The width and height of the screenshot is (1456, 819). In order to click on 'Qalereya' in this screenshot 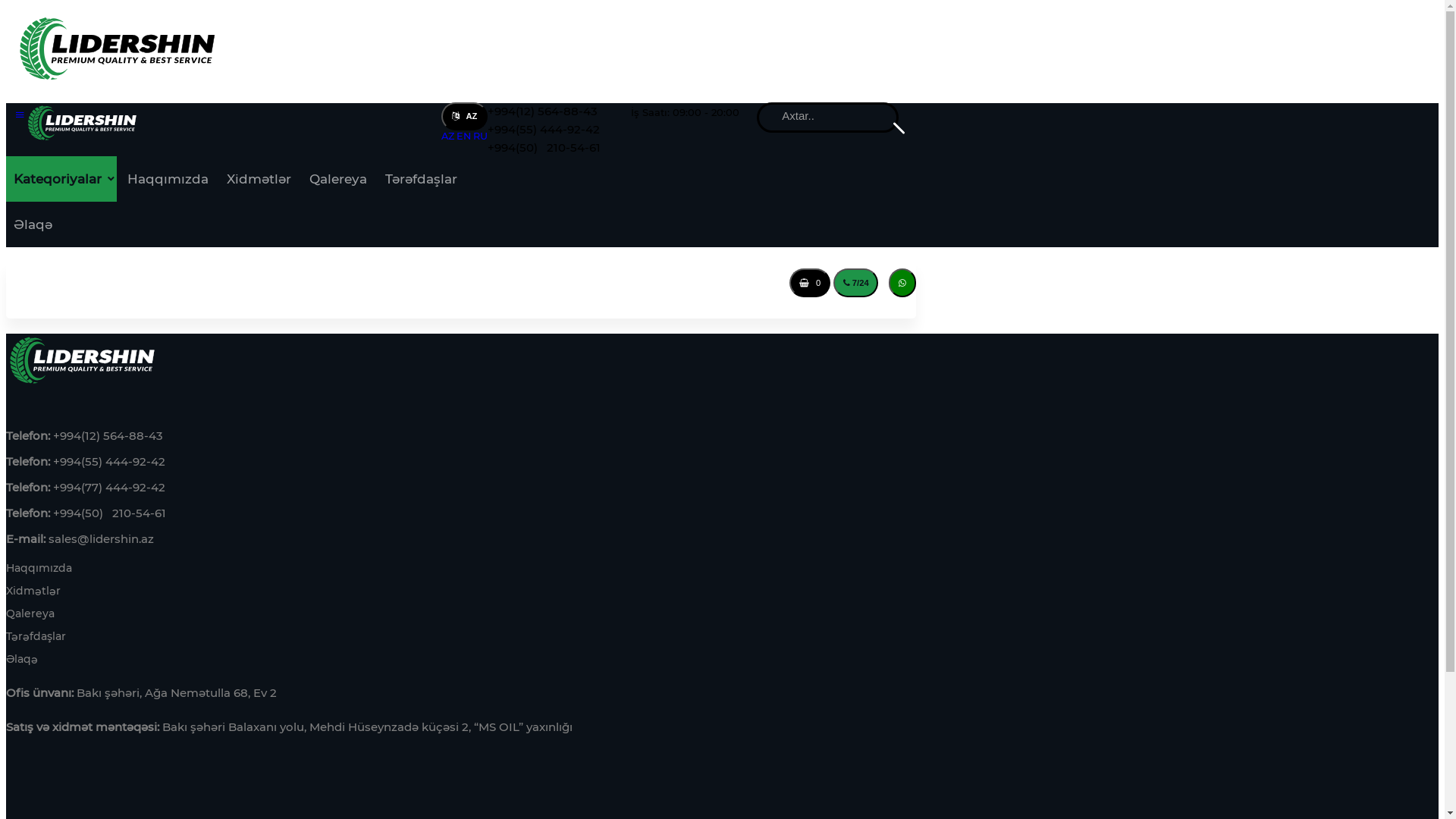, I will do `click(30, 613)`.